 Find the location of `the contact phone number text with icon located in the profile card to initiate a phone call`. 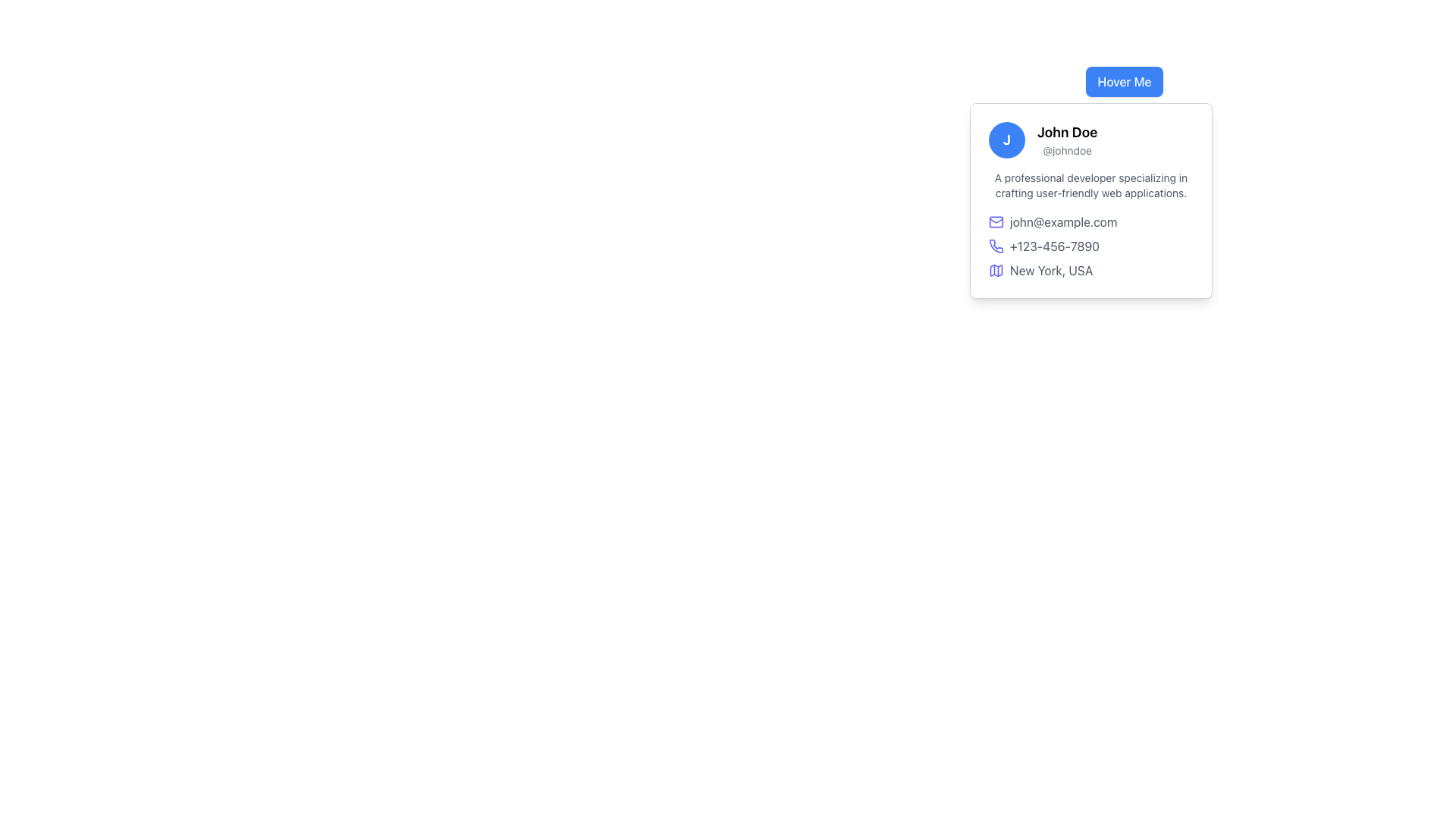

the contact phone number text with icon located in the profile card to initiate a phone call is located at coordinates (1090, 245).